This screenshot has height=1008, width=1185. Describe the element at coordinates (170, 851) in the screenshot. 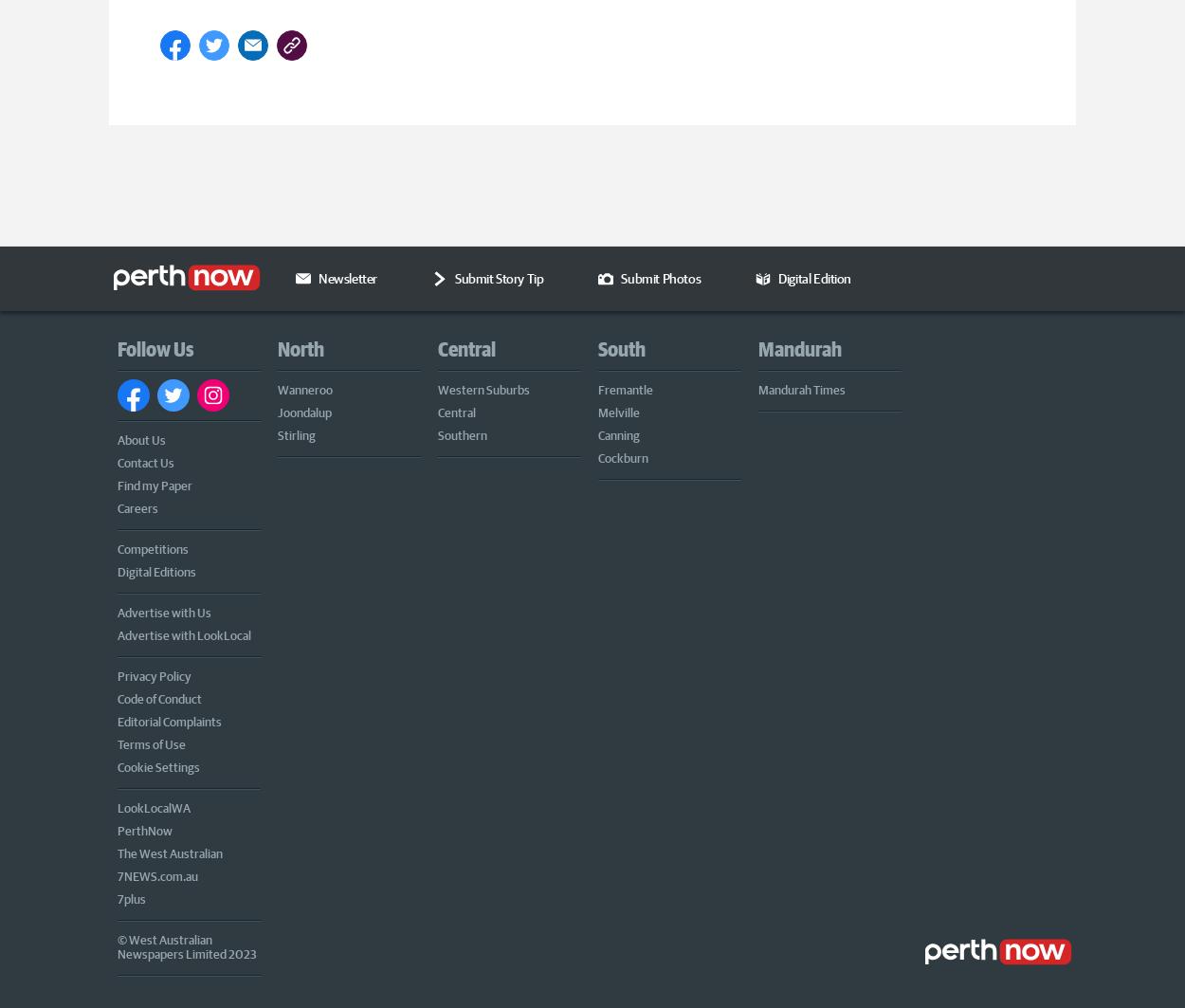

I see `'The West Australian'` at that location.